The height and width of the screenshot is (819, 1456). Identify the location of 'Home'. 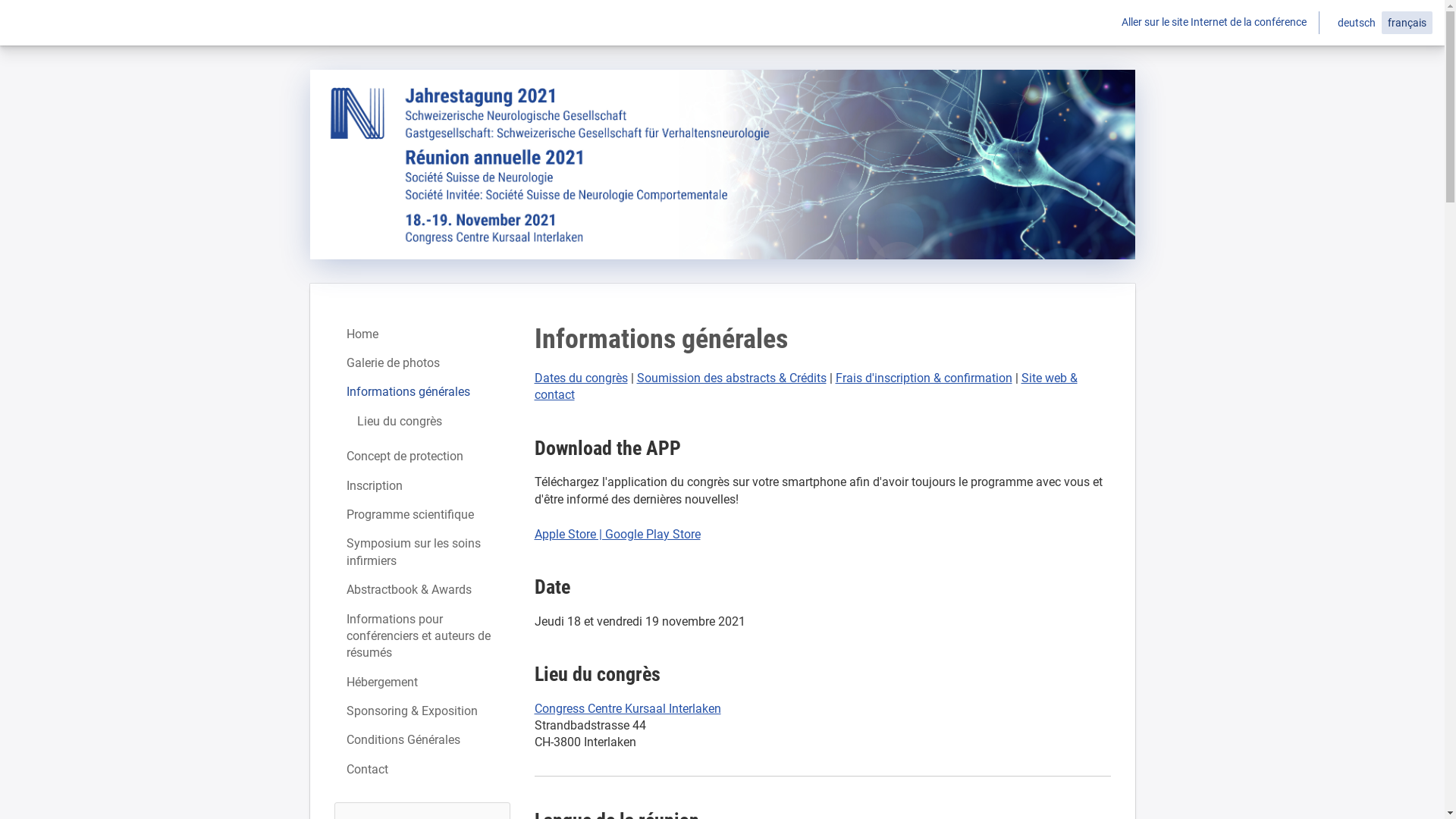
(422, 333).